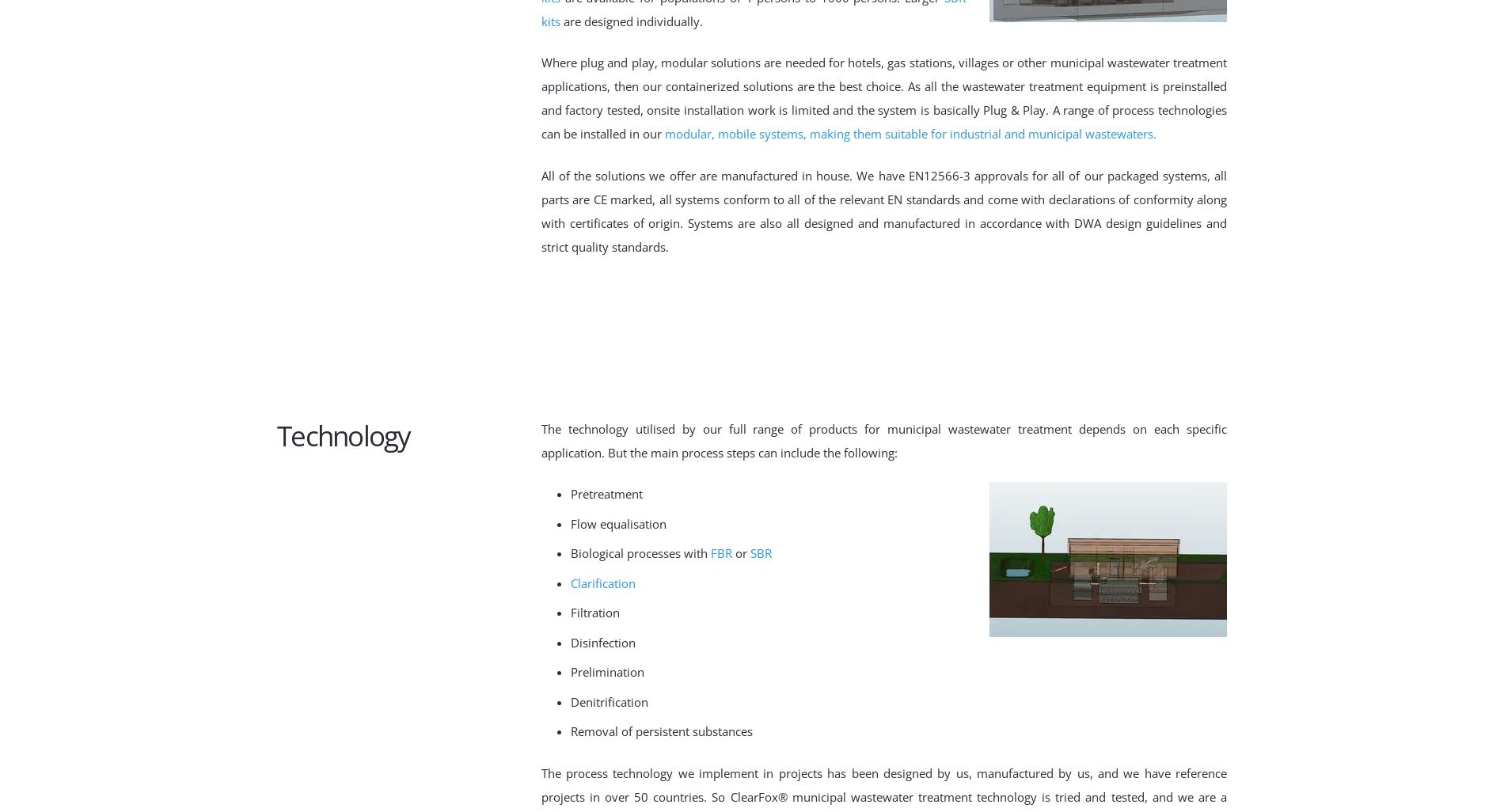  Describe the element at coordinates (541, 186) in the screenshot. I see `'All of the solutions we offer are manufactured in house. We have EN12566-3 approvals for all of our packaged systems, all parts are CE marked,'` at that location.